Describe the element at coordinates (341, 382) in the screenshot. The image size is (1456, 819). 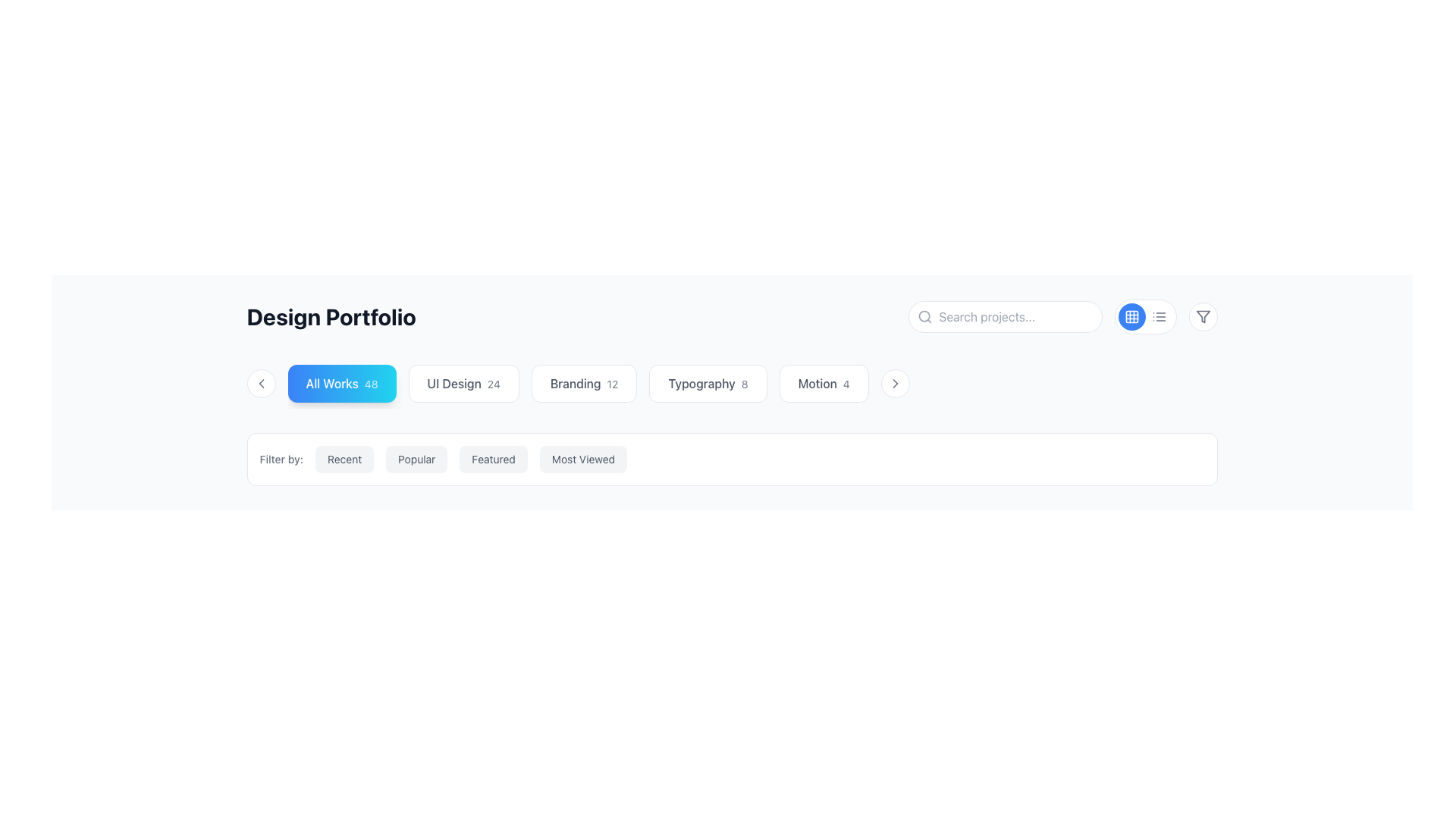
I see `the first button in the horizontal list on the second row to filter by 'All Works.'` at that location.